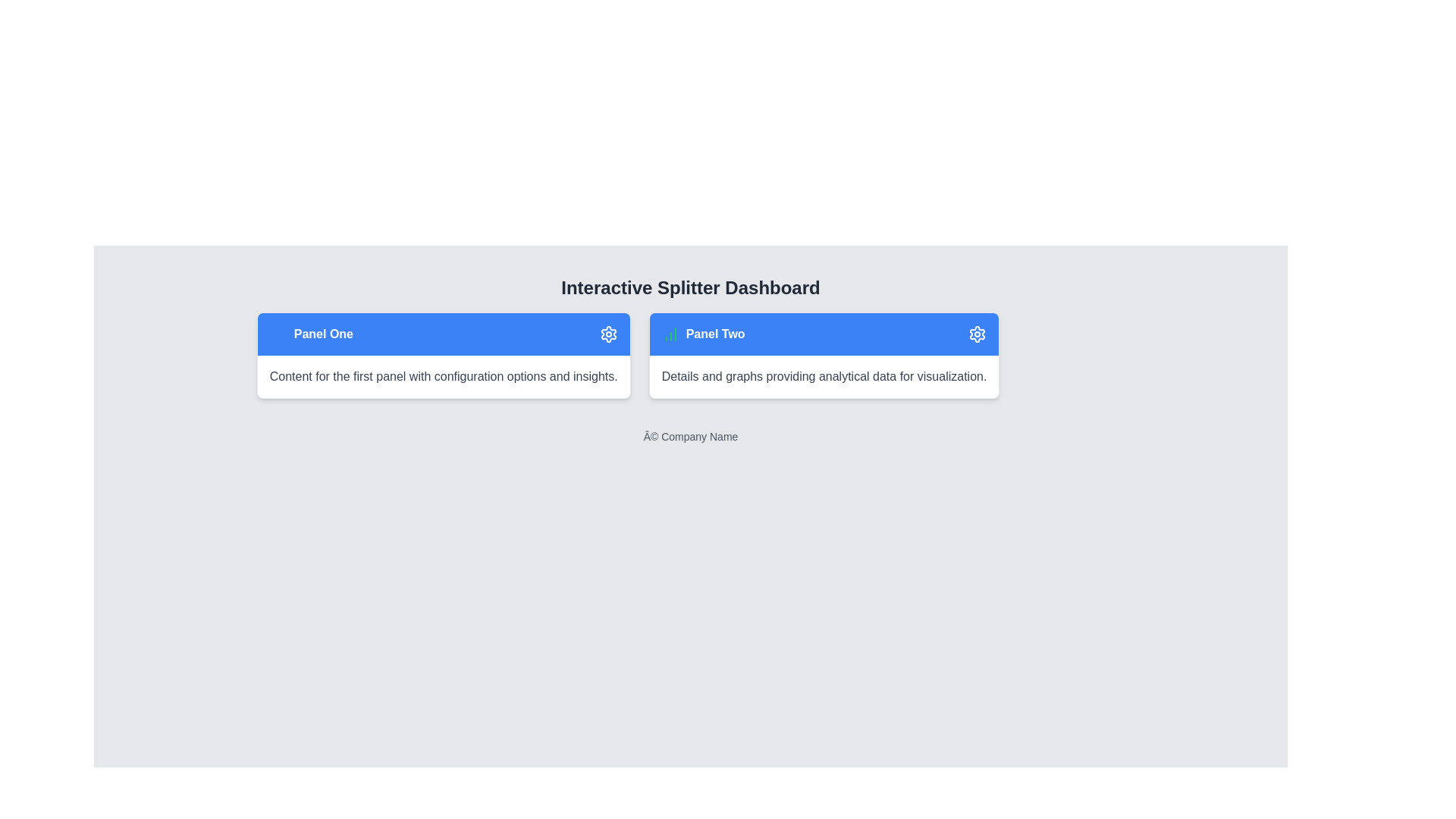  I want to click on the title element in the top-left corner of the blue header section, so click(310, 333).